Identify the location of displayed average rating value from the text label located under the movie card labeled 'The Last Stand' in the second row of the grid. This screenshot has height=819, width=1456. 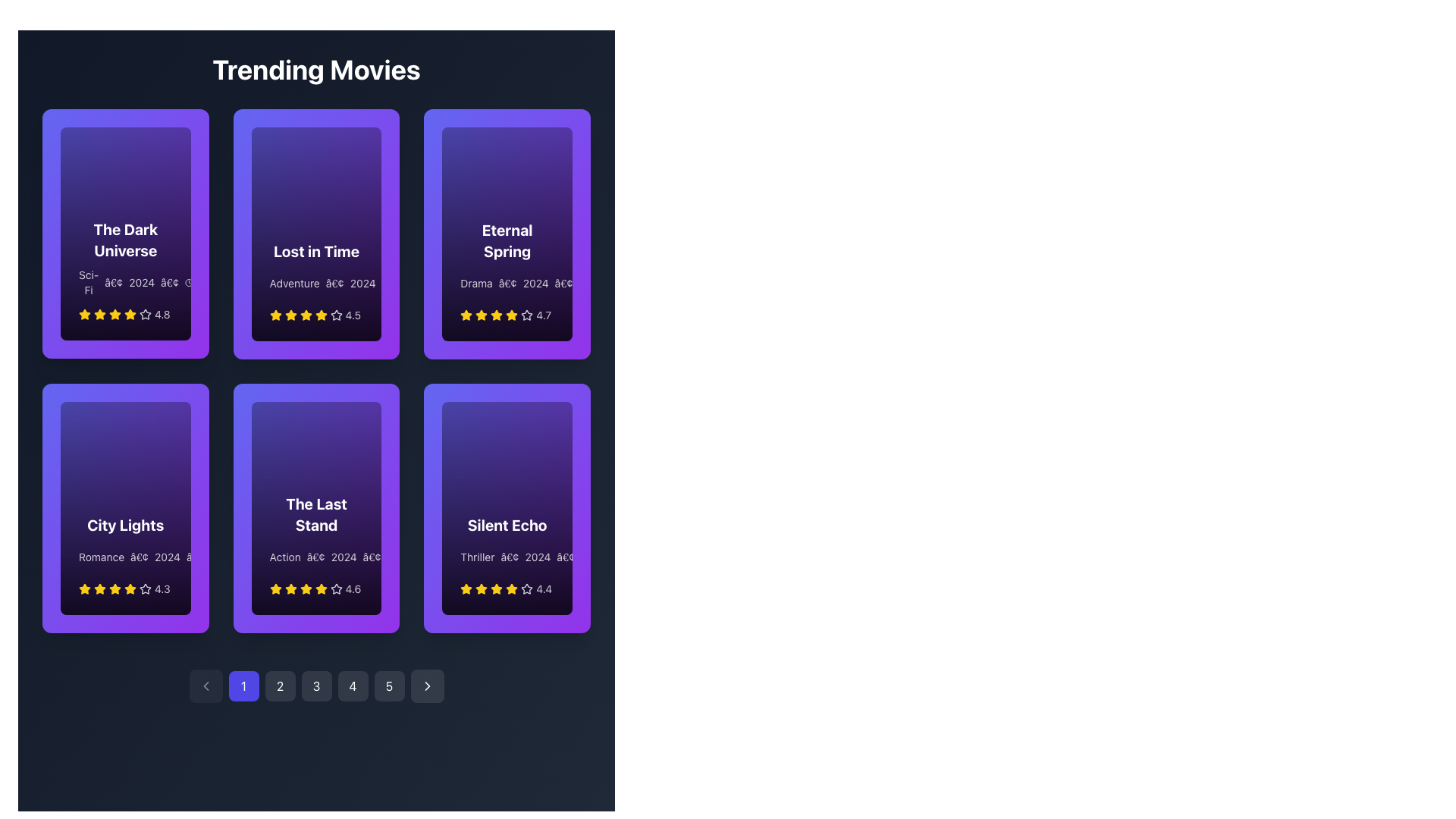
(352, 588).